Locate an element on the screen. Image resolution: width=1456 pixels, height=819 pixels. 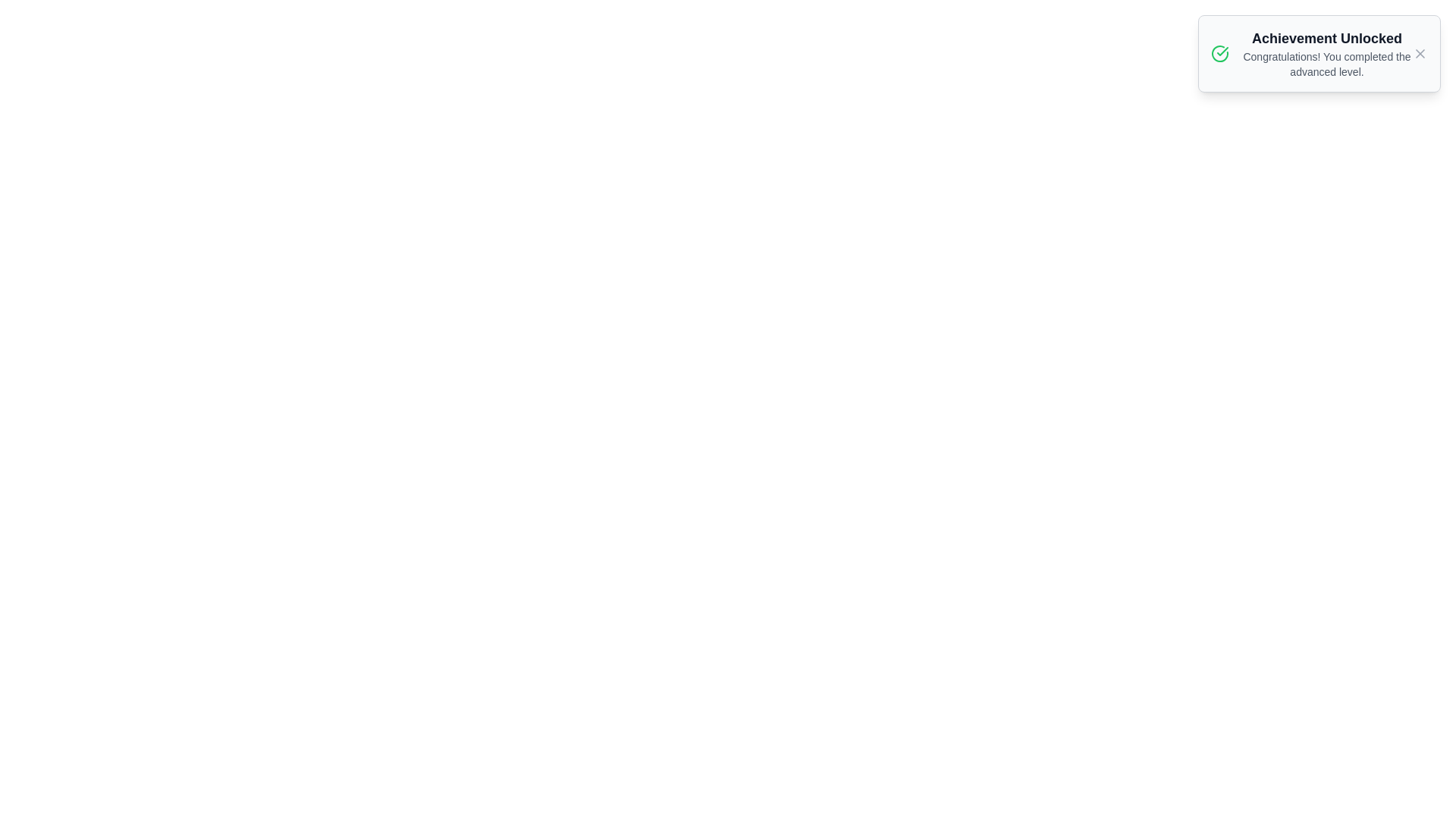
the close button of the notification to remove it is located at coordinates (1419, 52).